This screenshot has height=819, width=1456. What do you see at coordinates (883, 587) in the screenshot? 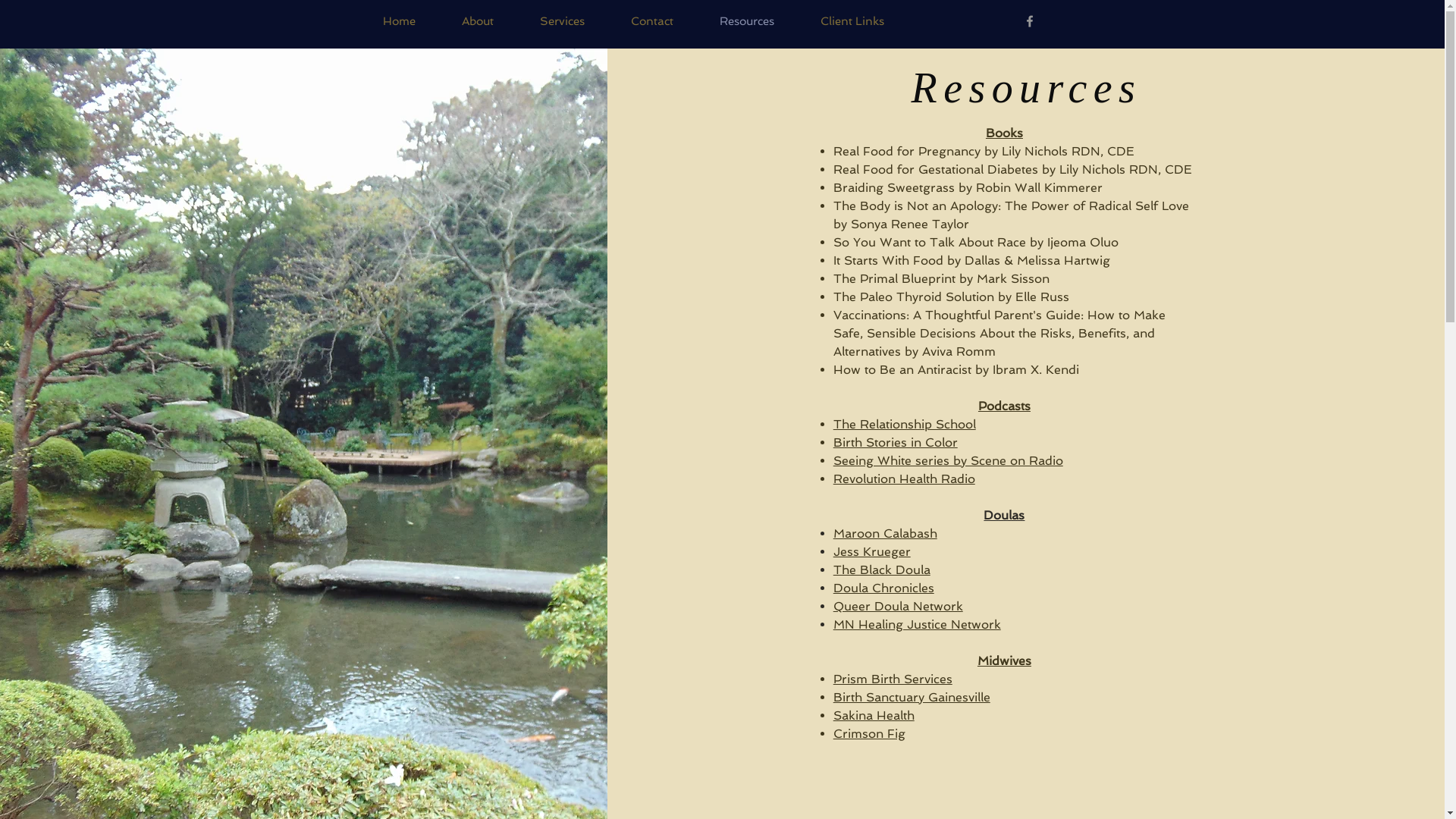
I see `'Doula Chronicles'` at bounding box center [883, 587].